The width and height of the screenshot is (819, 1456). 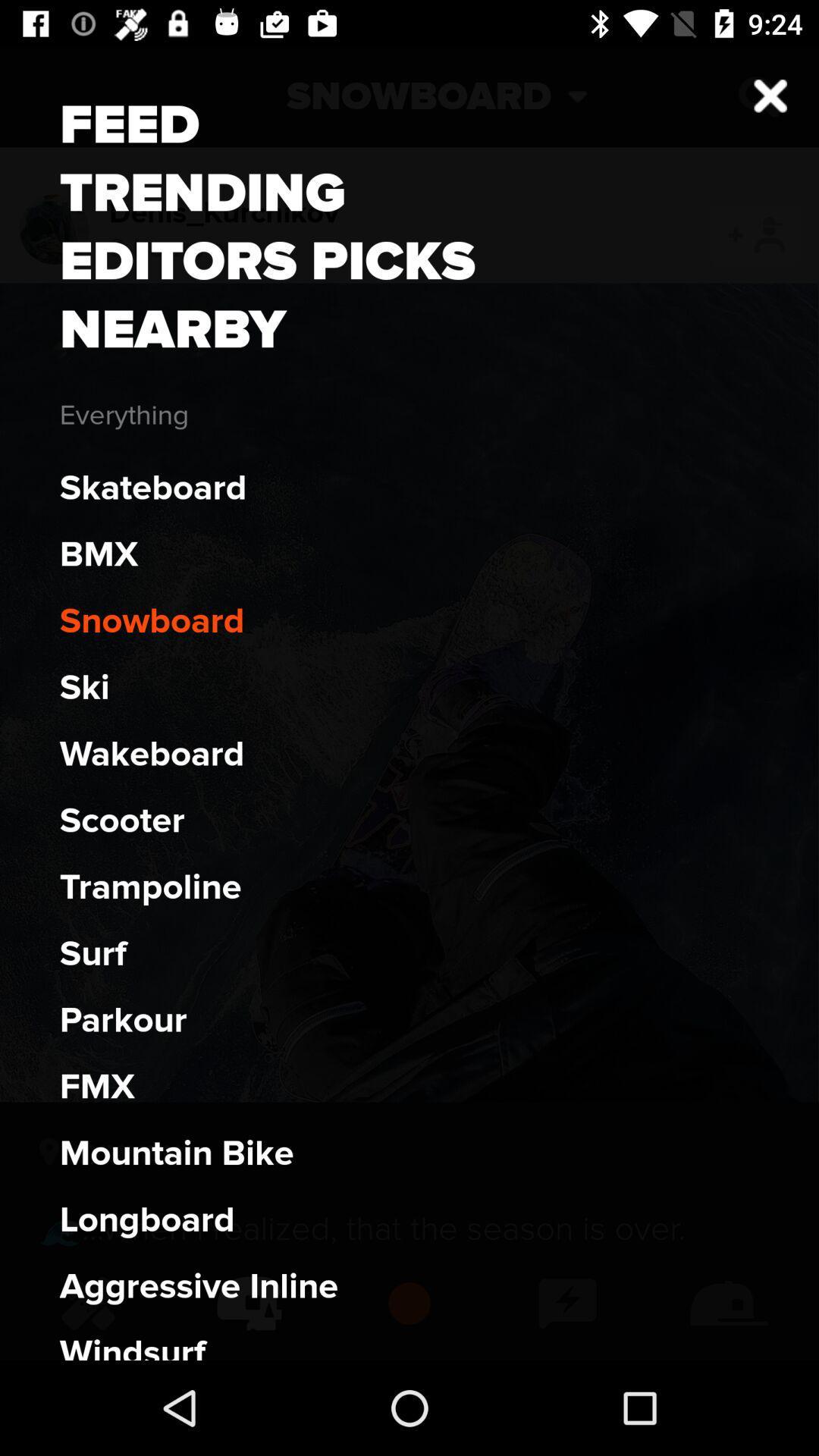 I want to click on the close icon, so click(x=770, y=95).